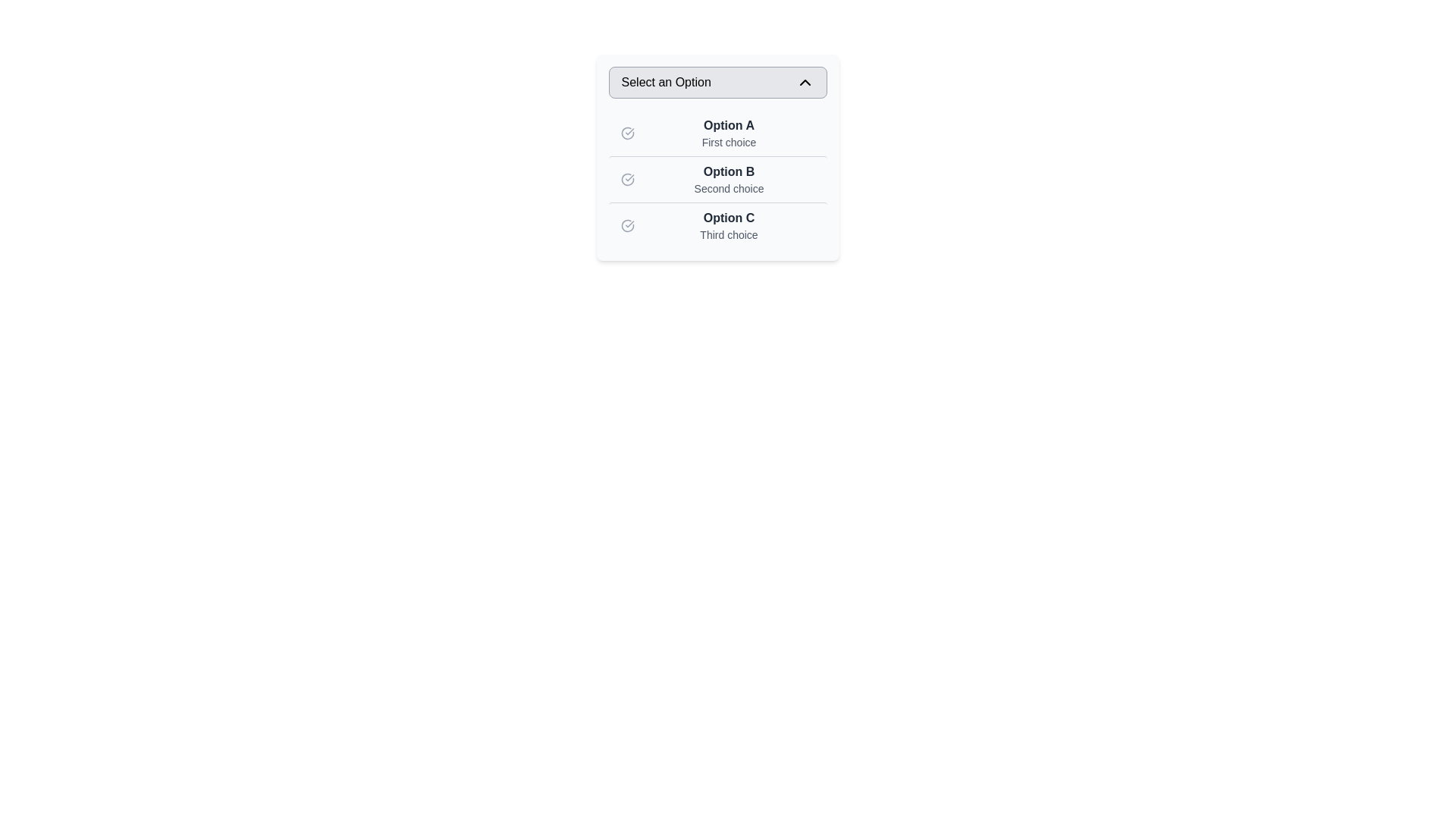  Describe the element at coordinates (729, 234) in the screenshot. I see `text label 'Third choice' which is styled with a small gray font and positioned beneath 'Option C' in the dropdown menu` at that location.